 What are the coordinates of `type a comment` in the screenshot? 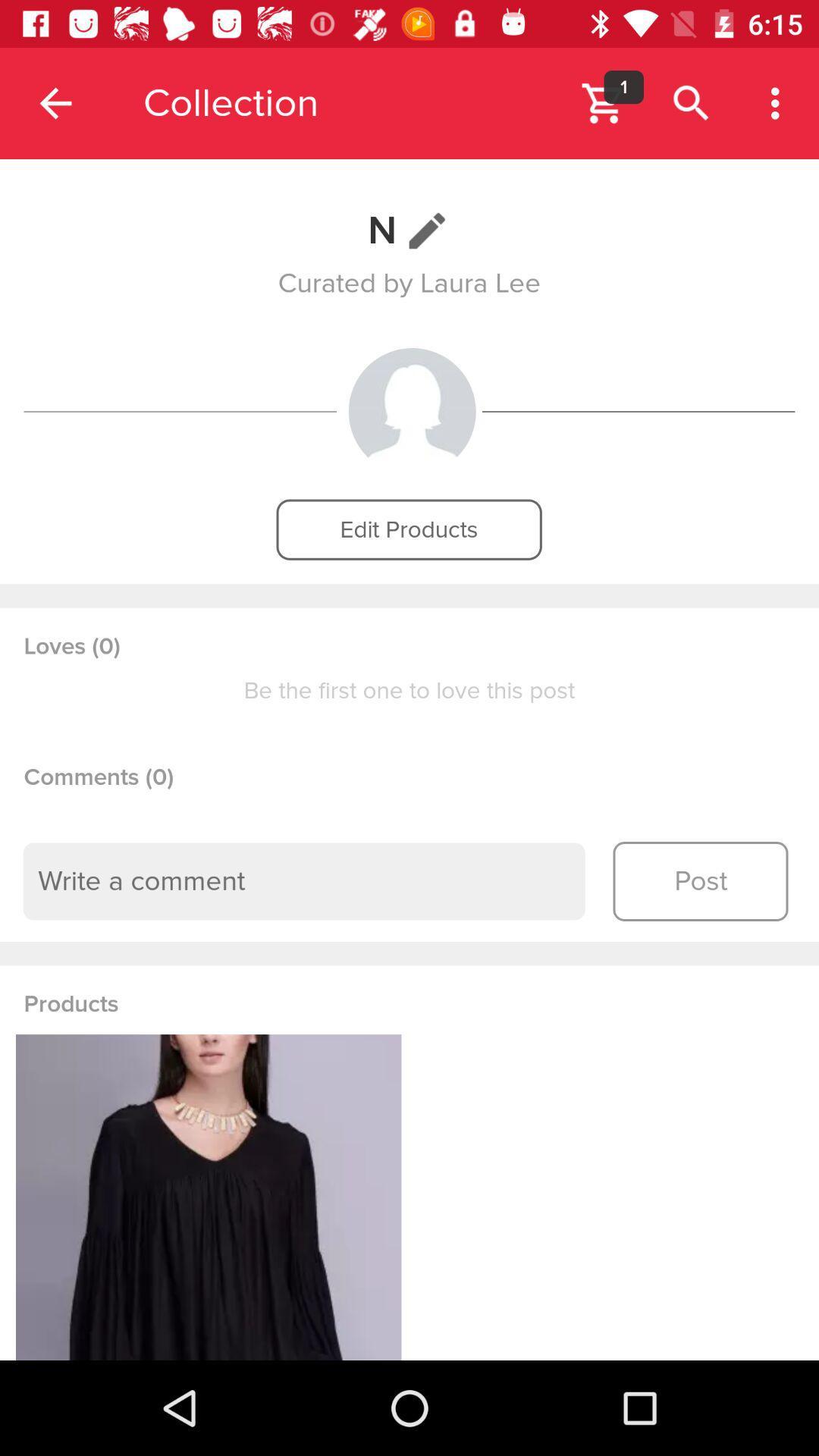 It's located at (304, 881).